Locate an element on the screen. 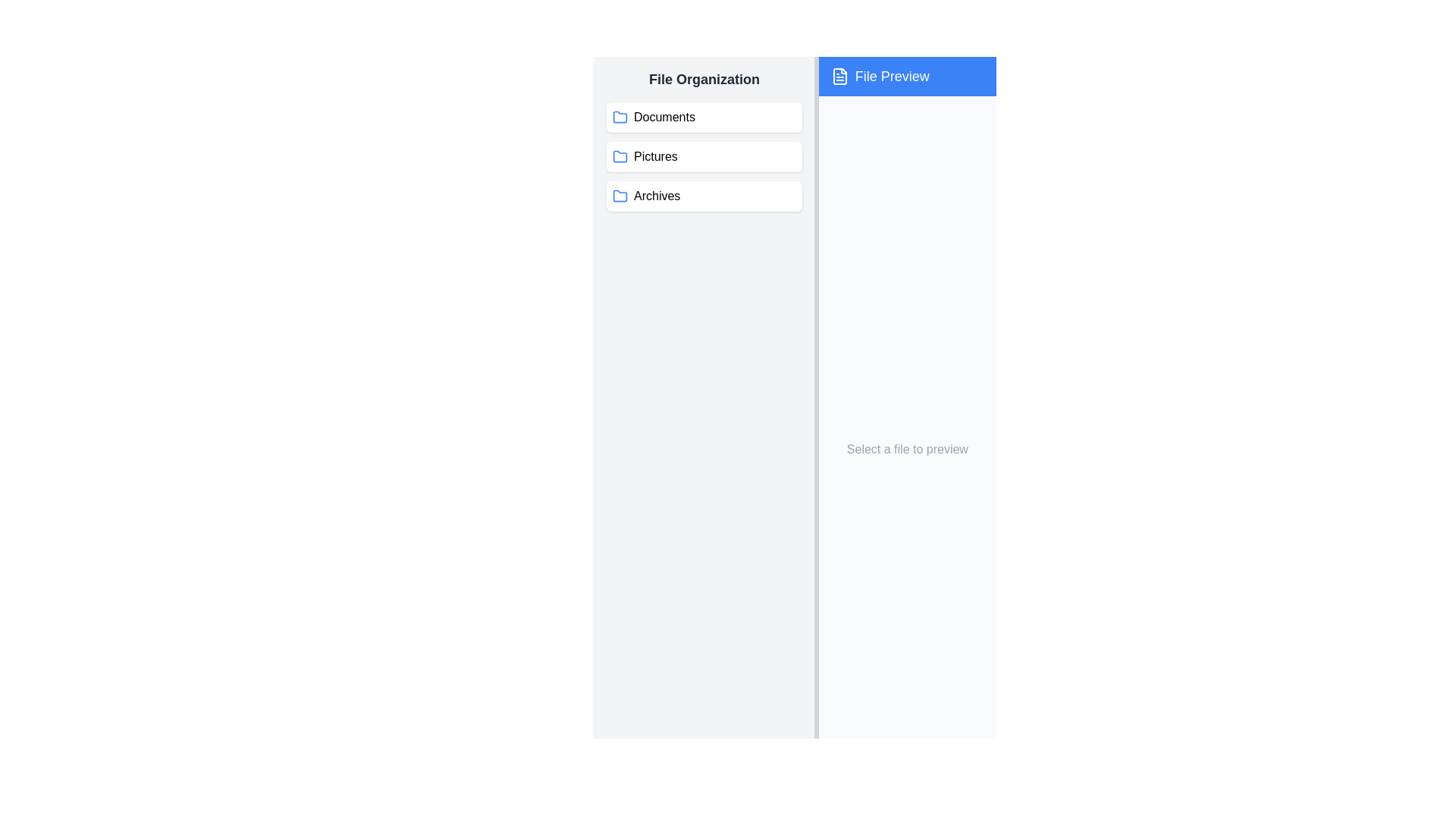 This screenshot has width=1456, height=819. the button labeled 'File Preview' with a blue background and white text, located at the top of the right-hand pane is located at coordinates (907, 76).